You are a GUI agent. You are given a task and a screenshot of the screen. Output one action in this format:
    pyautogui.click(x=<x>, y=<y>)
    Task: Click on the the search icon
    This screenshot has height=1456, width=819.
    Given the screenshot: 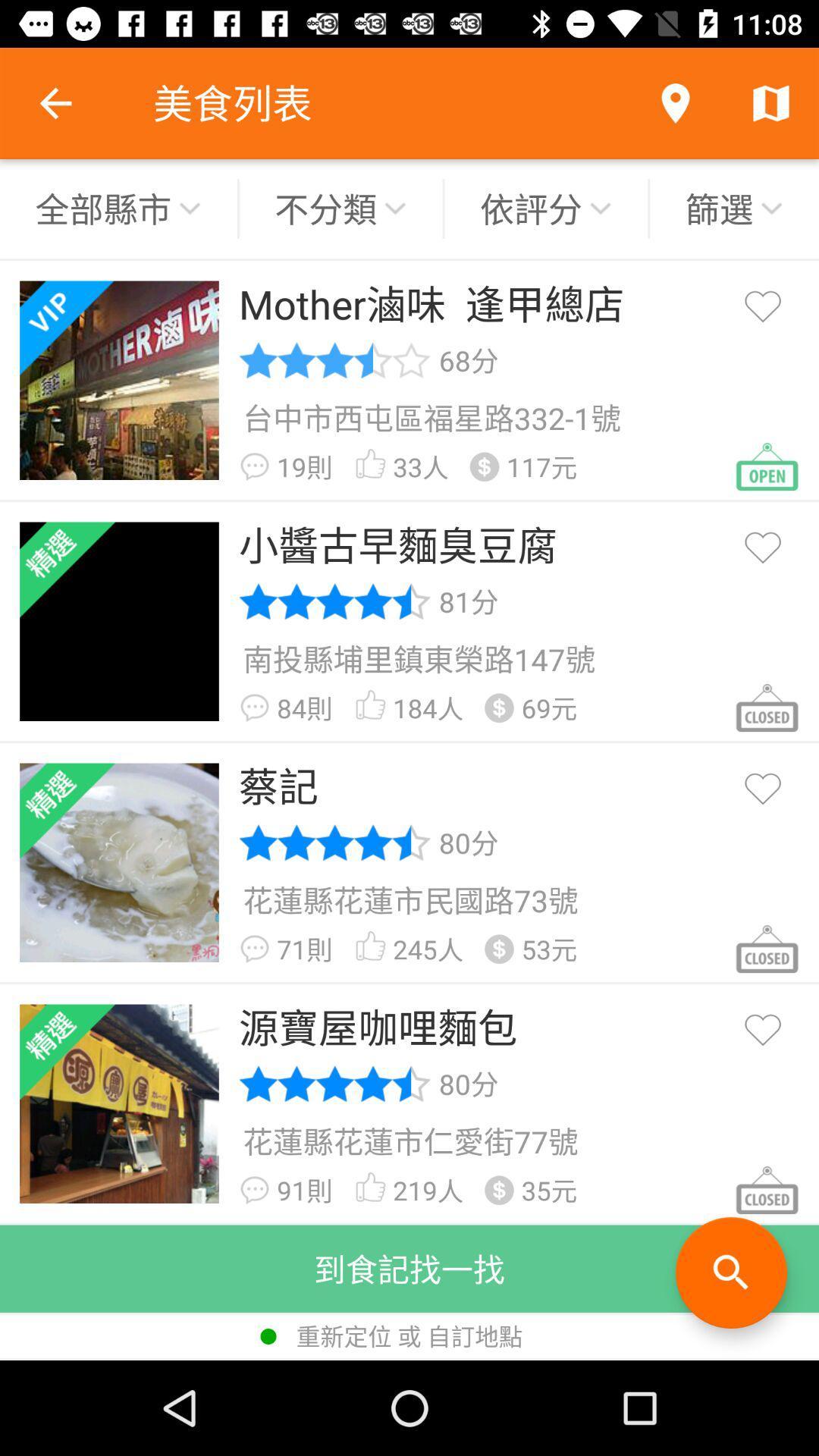 What is the action you would take?
    pyautogui.click(x=730, y=1272)
    